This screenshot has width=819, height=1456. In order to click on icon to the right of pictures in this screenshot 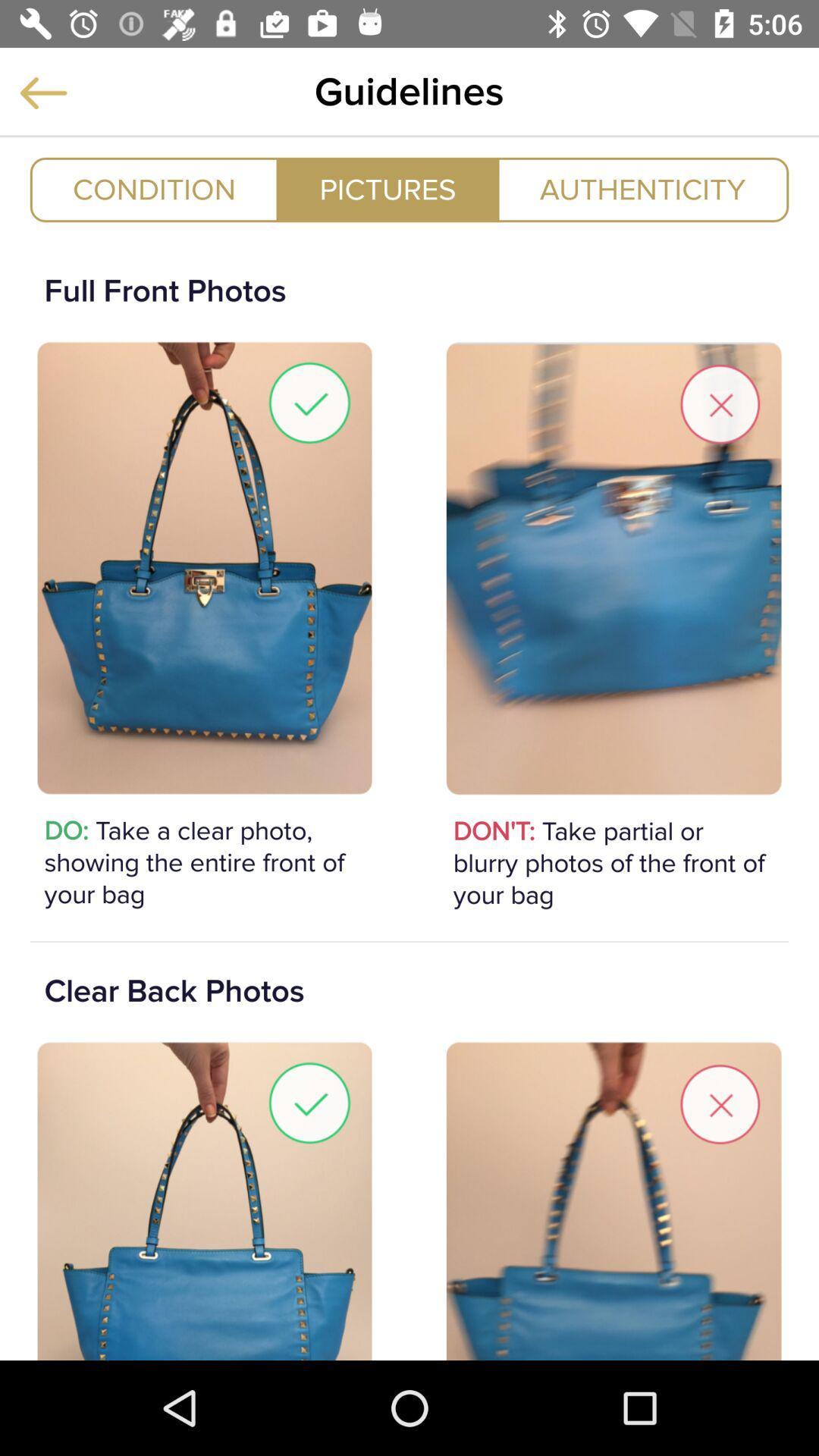, I will do `click(642, 189)`.